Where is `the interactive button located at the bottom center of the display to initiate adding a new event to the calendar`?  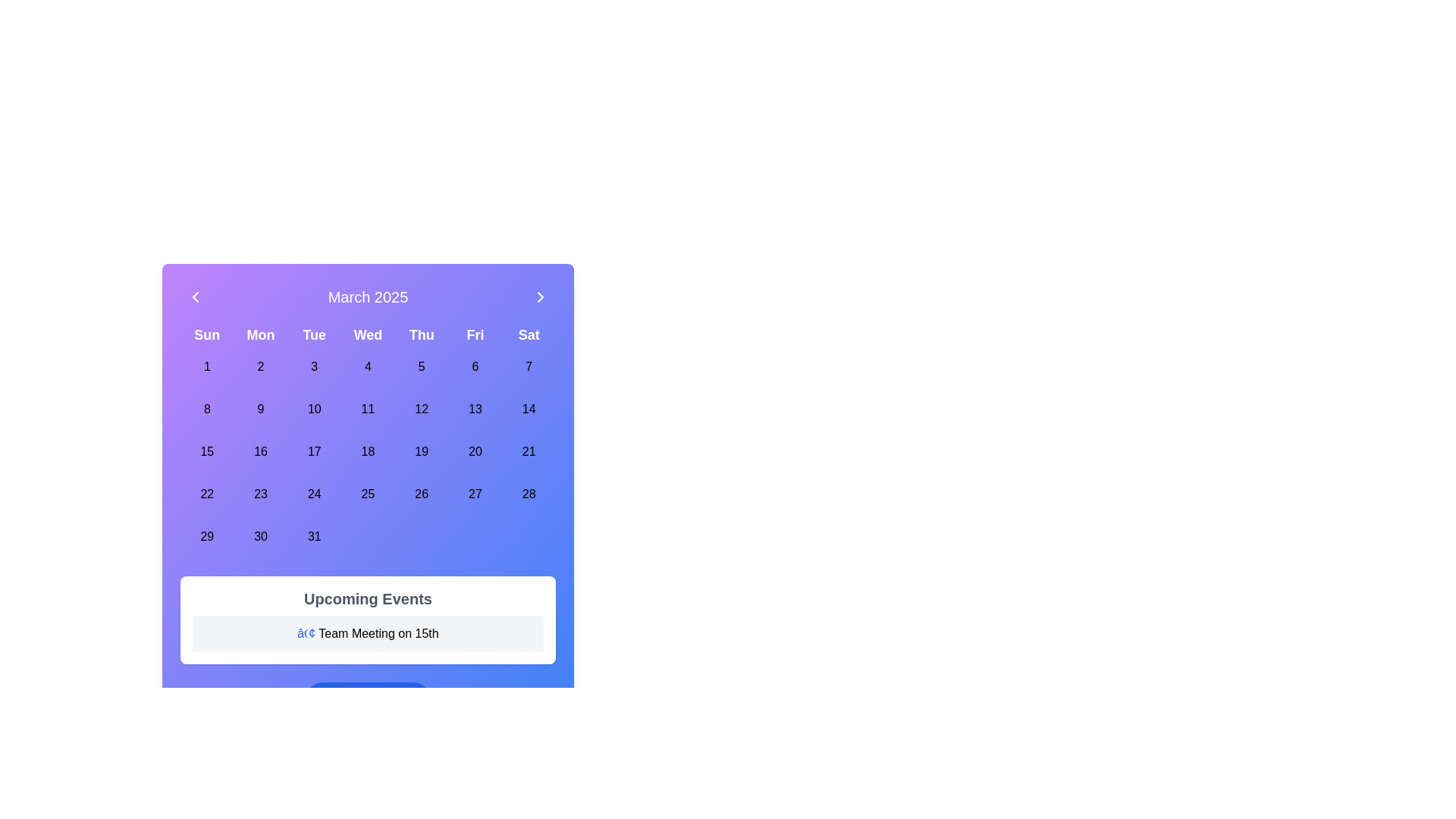 the interactive button located at the bottom center of the display to initiate adding a new event to the calendar is located at coordinates (380, 701).